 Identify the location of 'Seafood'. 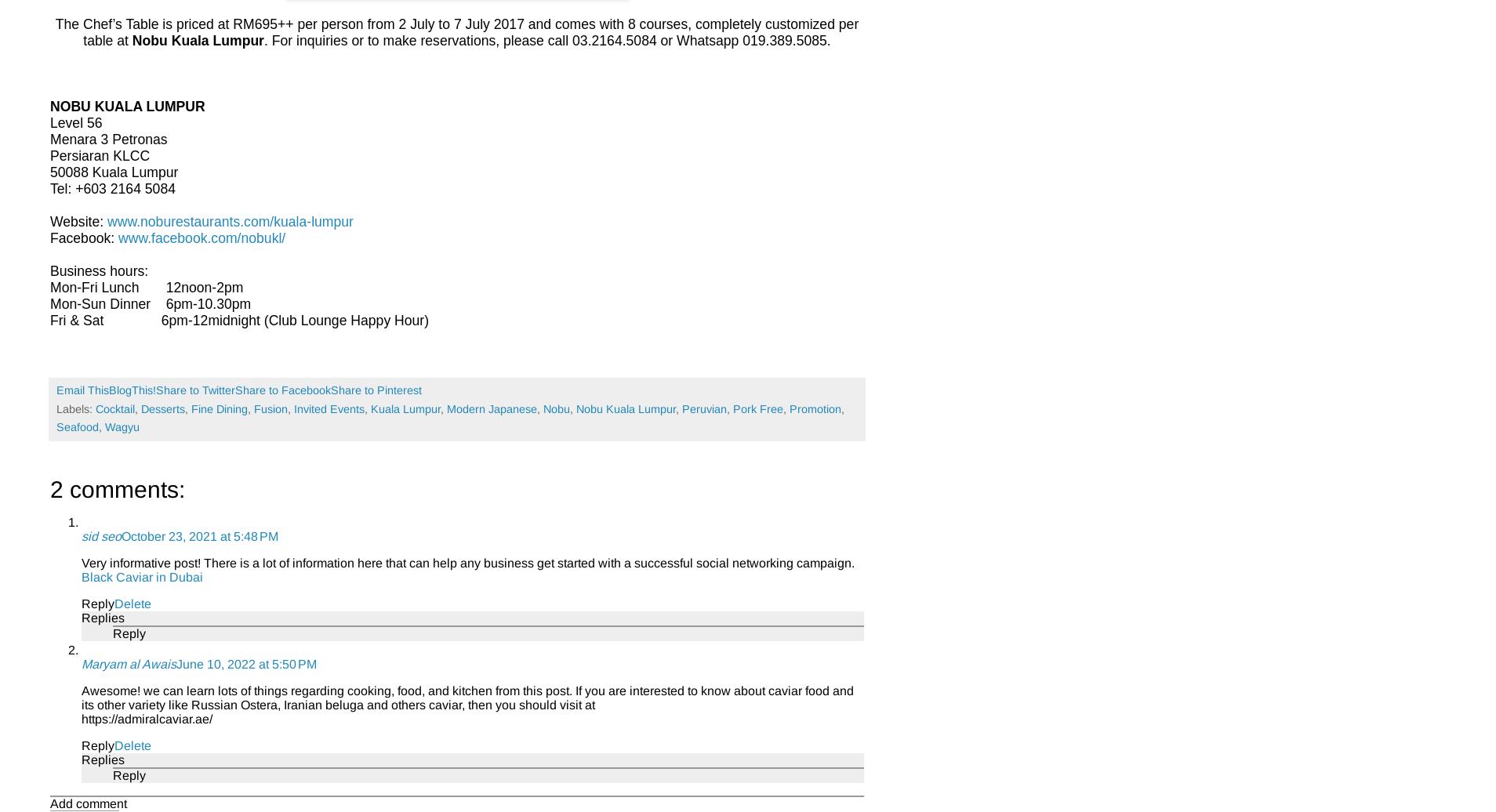
(77, 426).